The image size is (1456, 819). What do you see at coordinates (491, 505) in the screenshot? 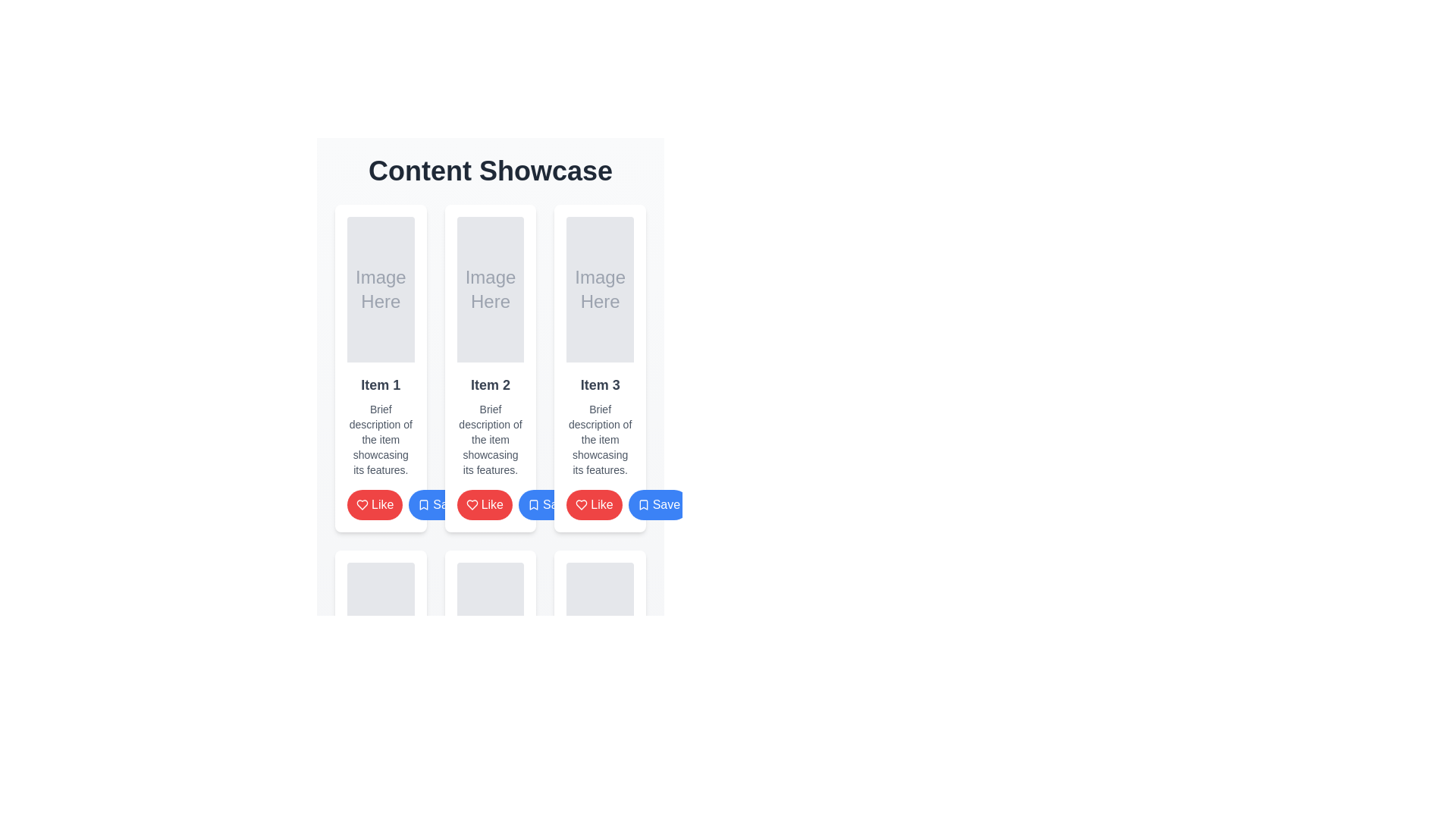
I see `the 'Like' button located in the bottom section of the card labeled 'Item 2'` at bounding box center [491, 505].